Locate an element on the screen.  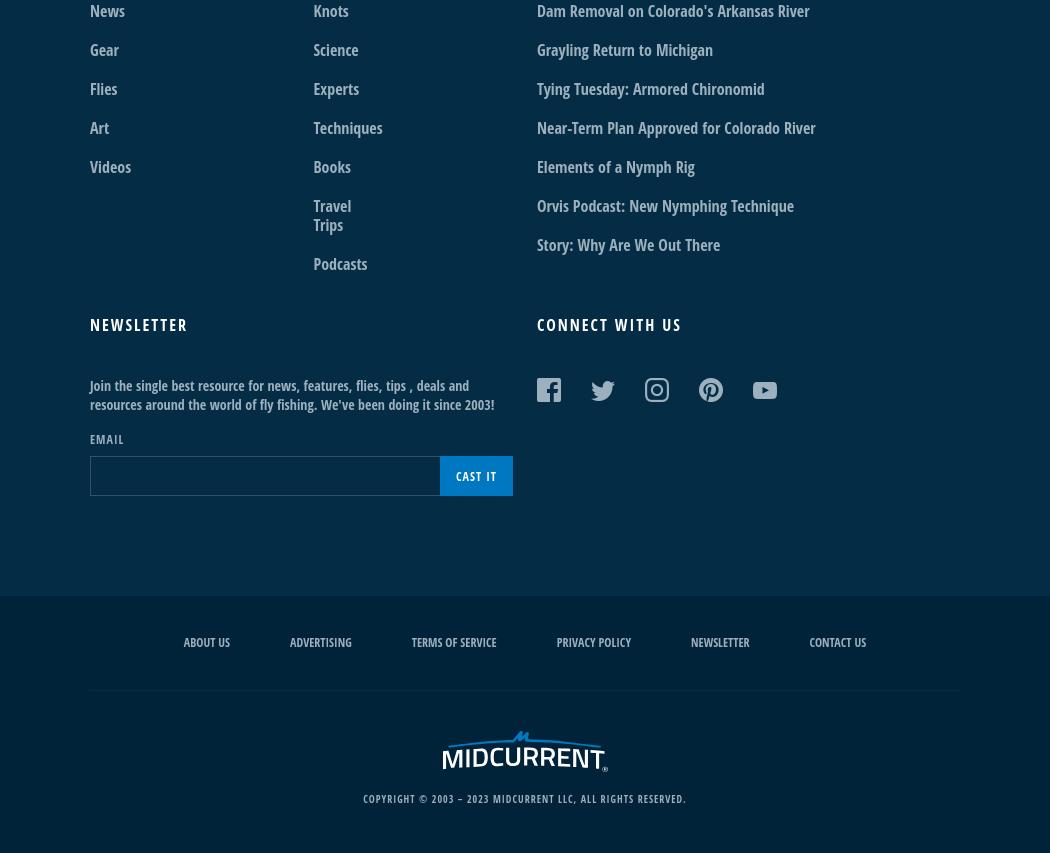
'Trips' is located at coordinates (328, 224).